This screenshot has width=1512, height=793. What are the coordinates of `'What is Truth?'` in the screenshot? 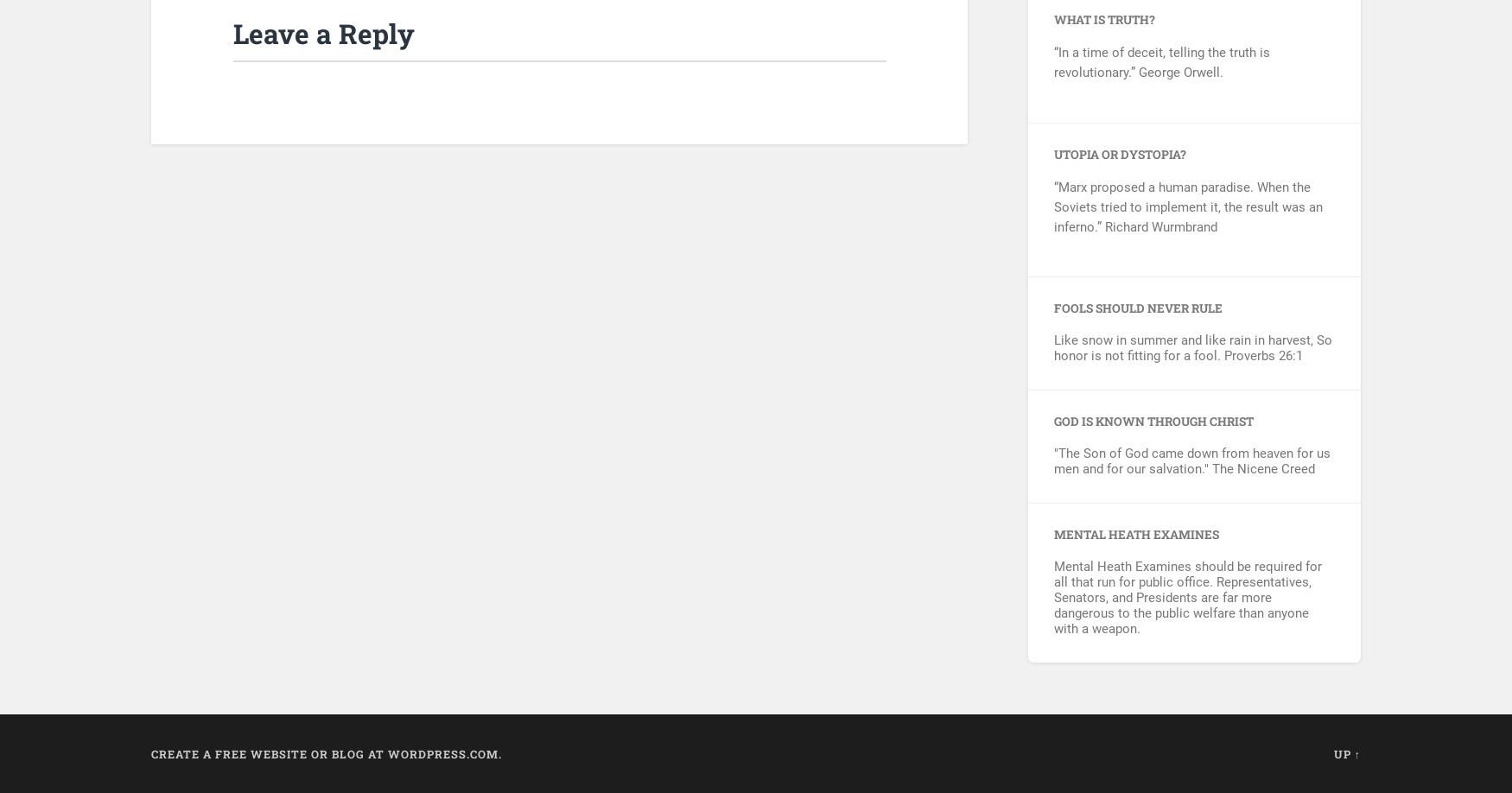 It's located at (1103, 19).